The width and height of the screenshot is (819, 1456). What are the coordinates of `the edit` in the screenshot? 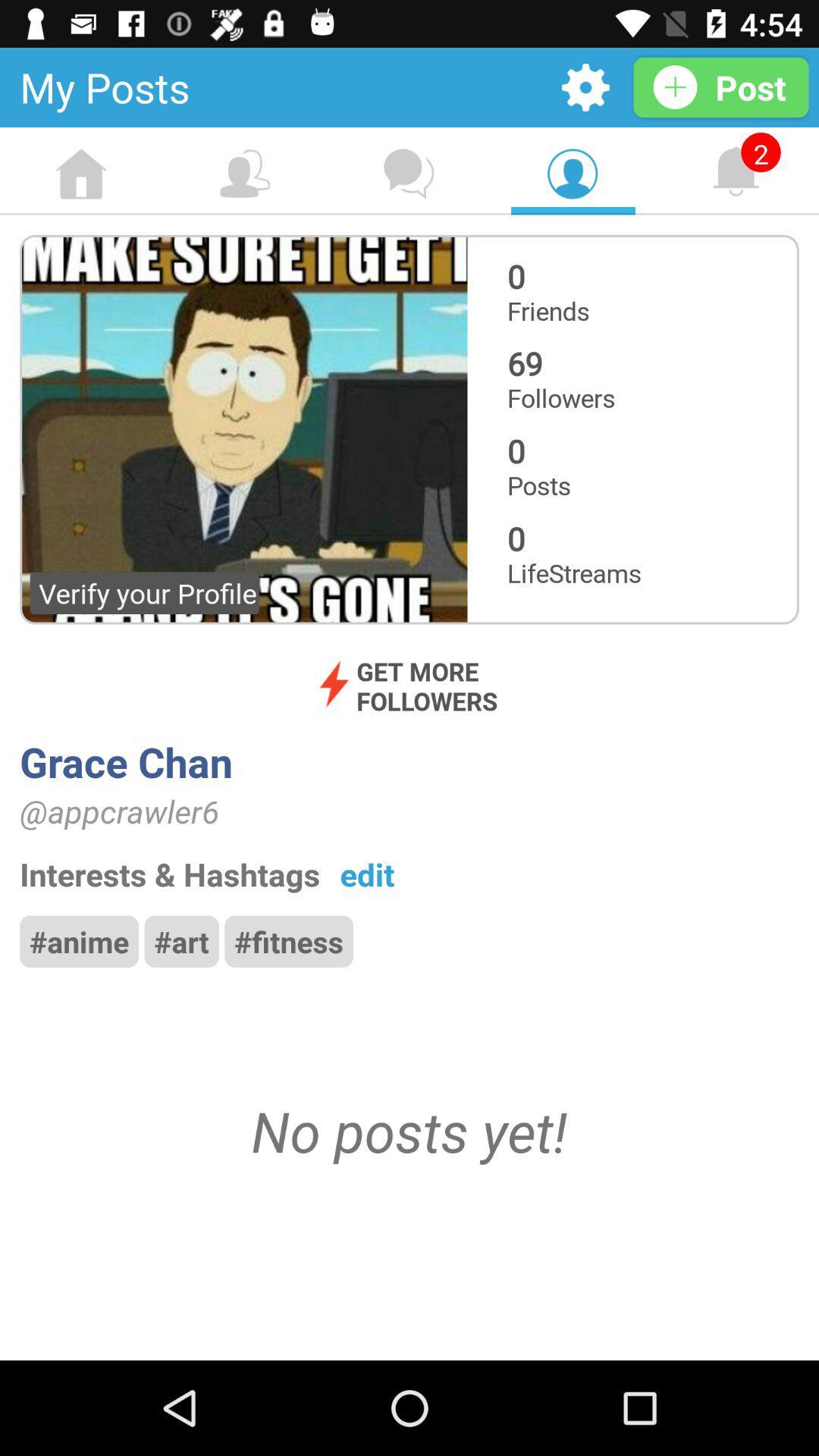 It's located at (367, 874).